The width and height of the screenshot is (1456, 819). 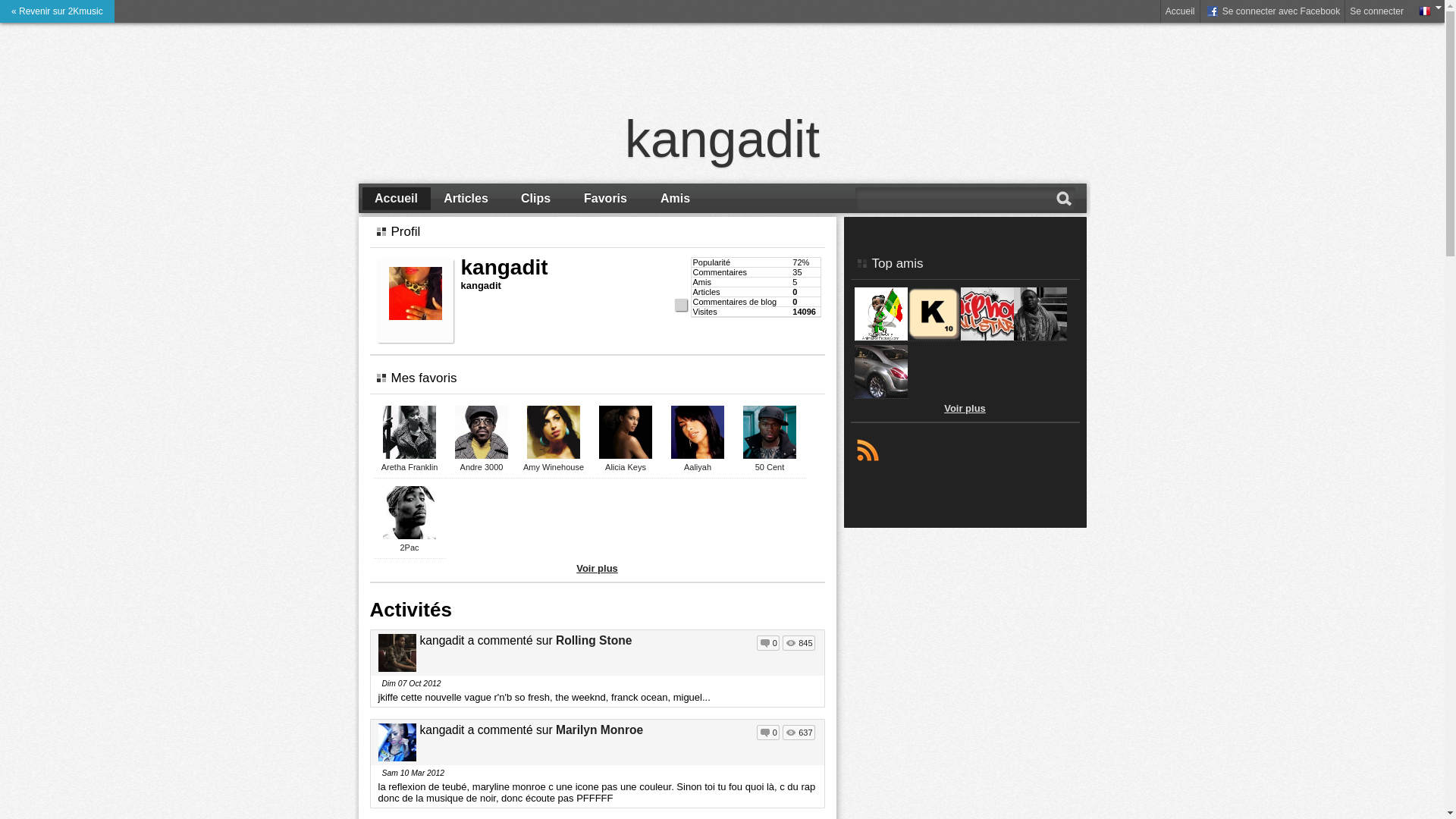 What do you see at coordinates (722, 138) in the screenshot?
I see `'kangadit'` at bounding box center [722, 138].